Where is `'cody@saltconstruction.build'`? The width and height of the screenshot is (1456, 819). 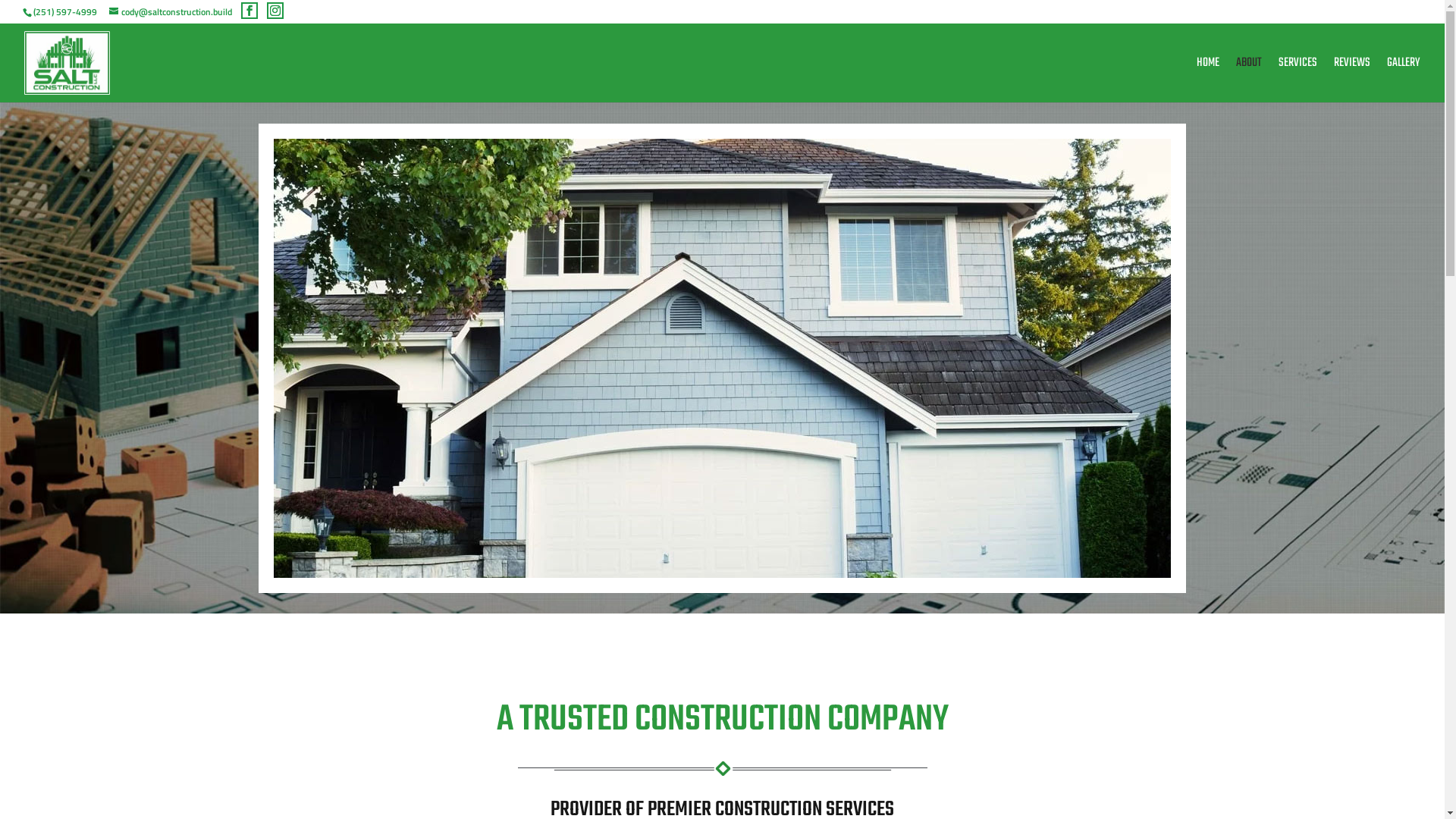
'cody@saltconstruction.build' is located at coordinates (171, 11).